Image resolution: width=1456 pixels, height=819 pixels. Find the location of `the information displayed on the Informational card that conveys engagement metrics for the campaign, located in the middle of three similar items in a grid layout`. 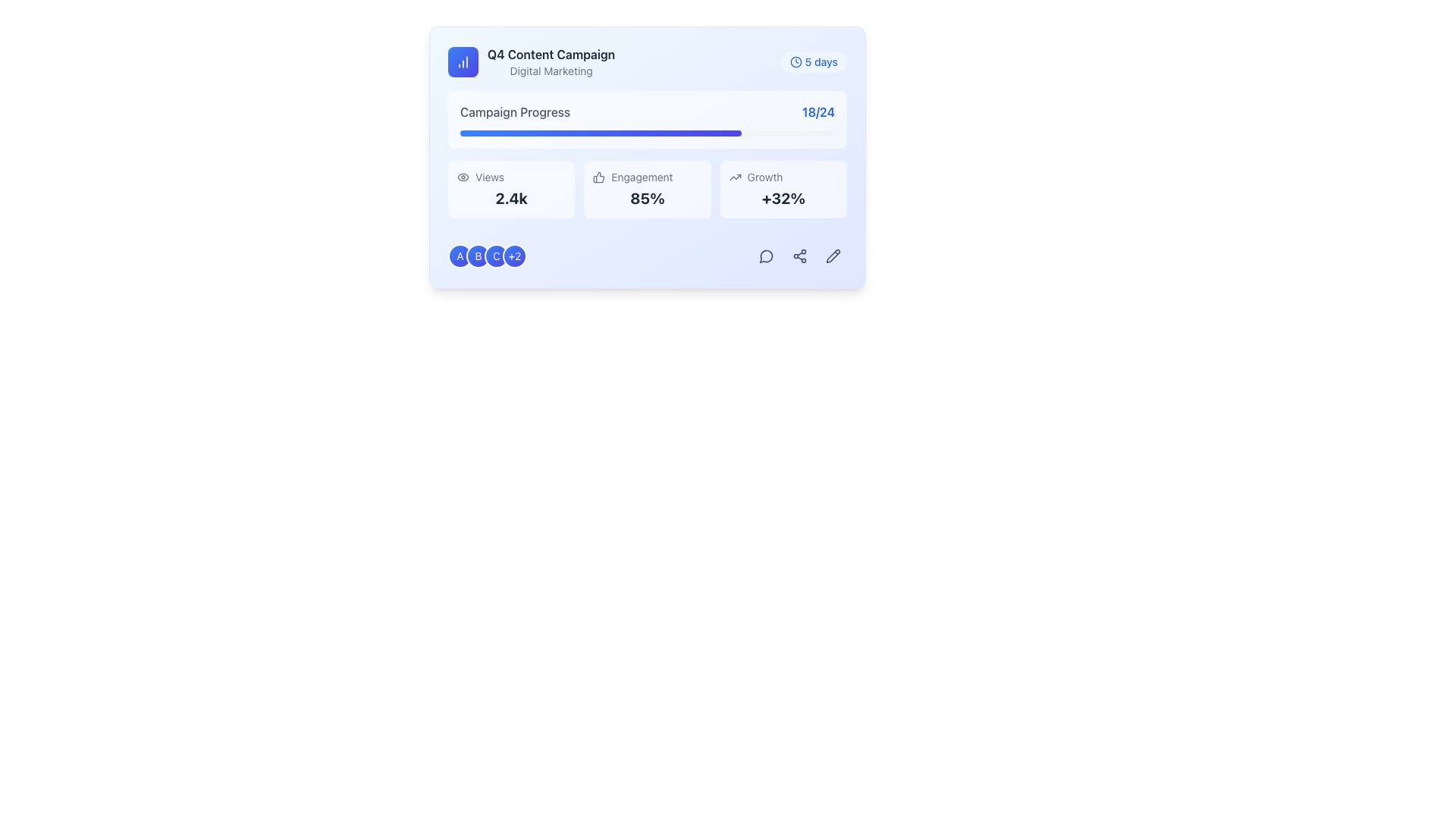

the information displayed on the Informational card that conveys engagement metrics for the campaign, located in the middle of three similar items in a grid layout is located at coordinates (648, 189).